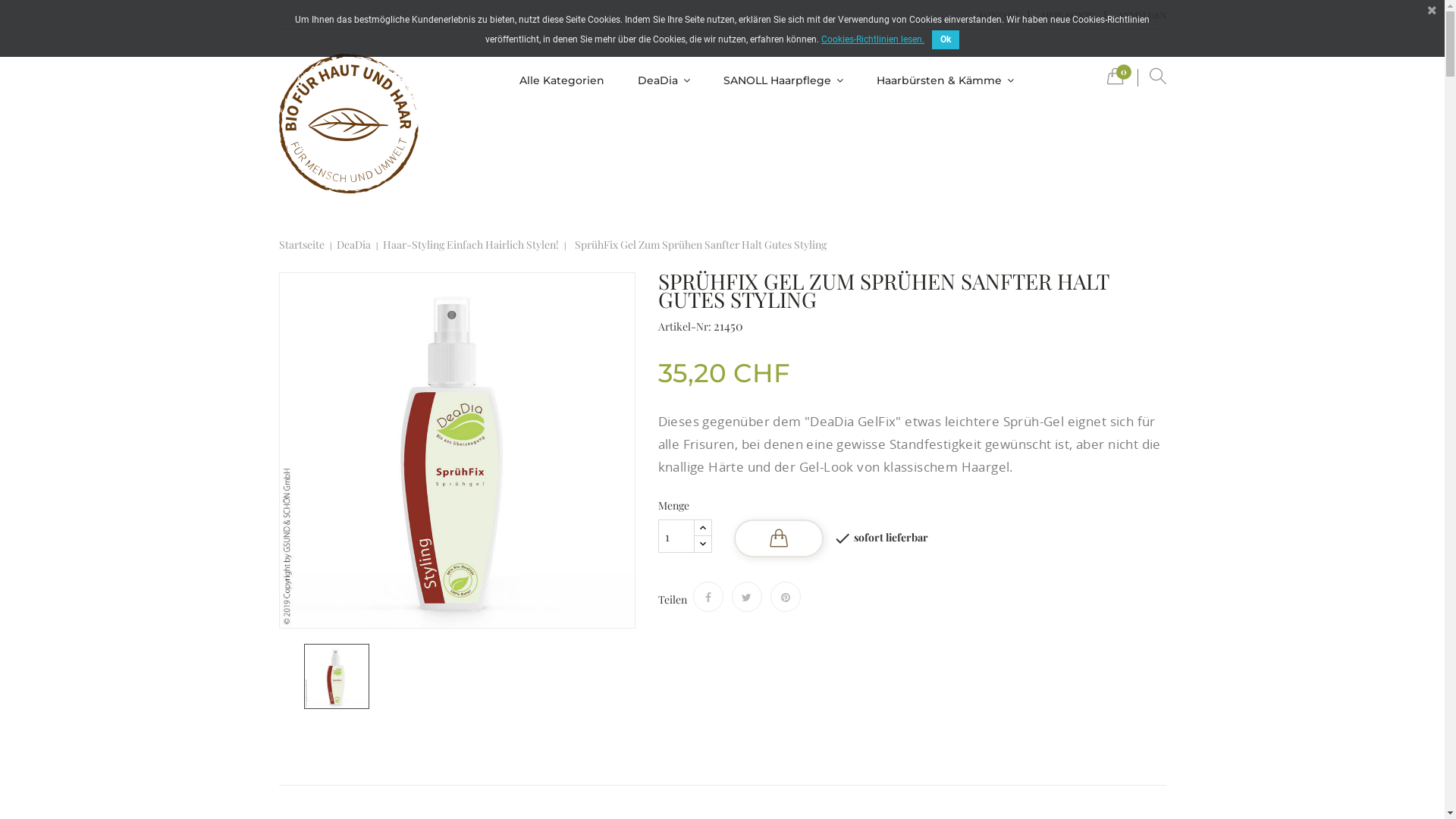 The width and height of the screenshot is (1456, 819). Describe the element at coordinates (873, 37) in the screenshot. I see `'Cookies-Richtlinien lesen.'` at that location.